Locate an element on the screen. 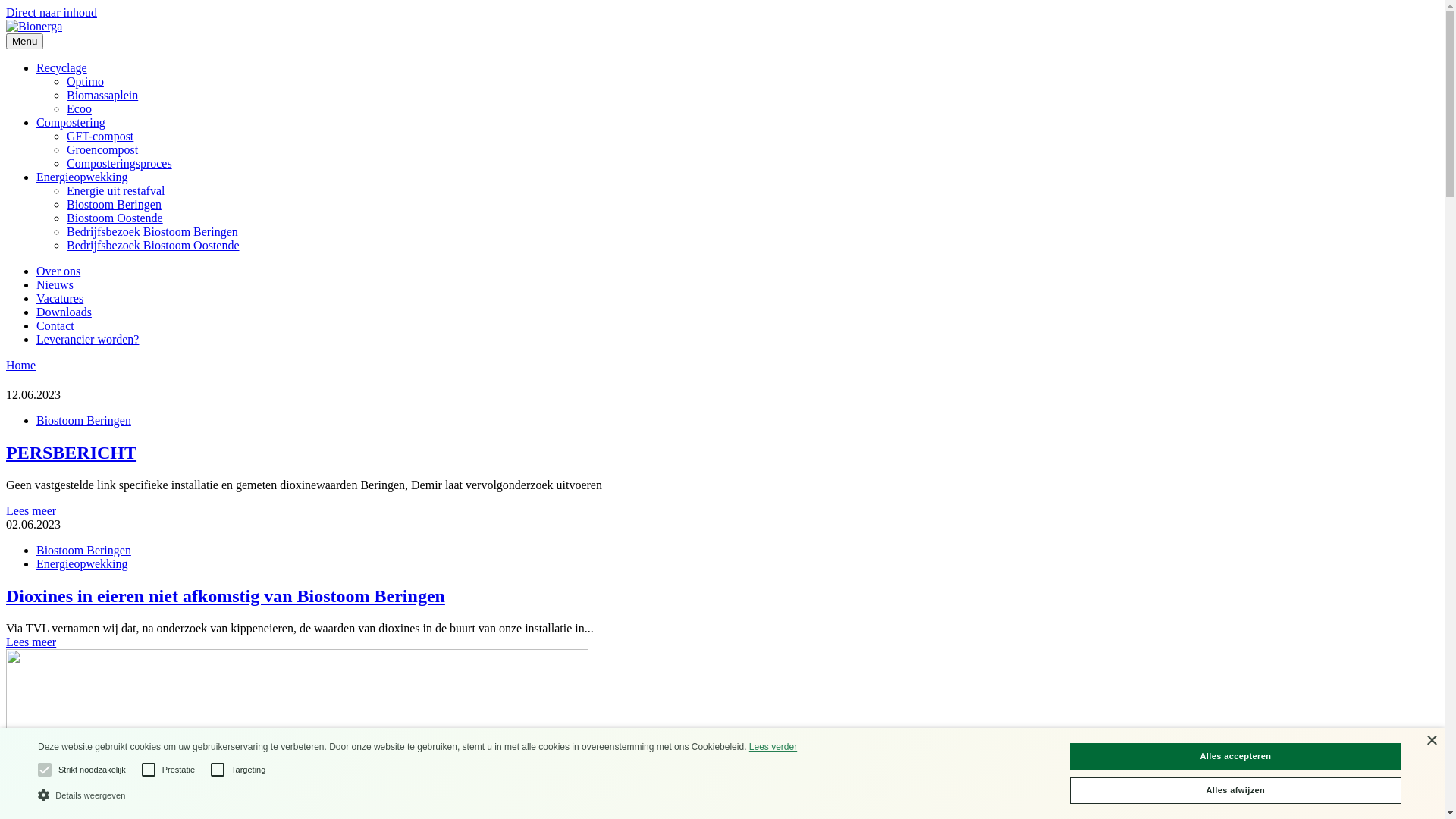  'Bedrijfsbezoek Biostoom Beringen' is located at coordinates (152, 231).